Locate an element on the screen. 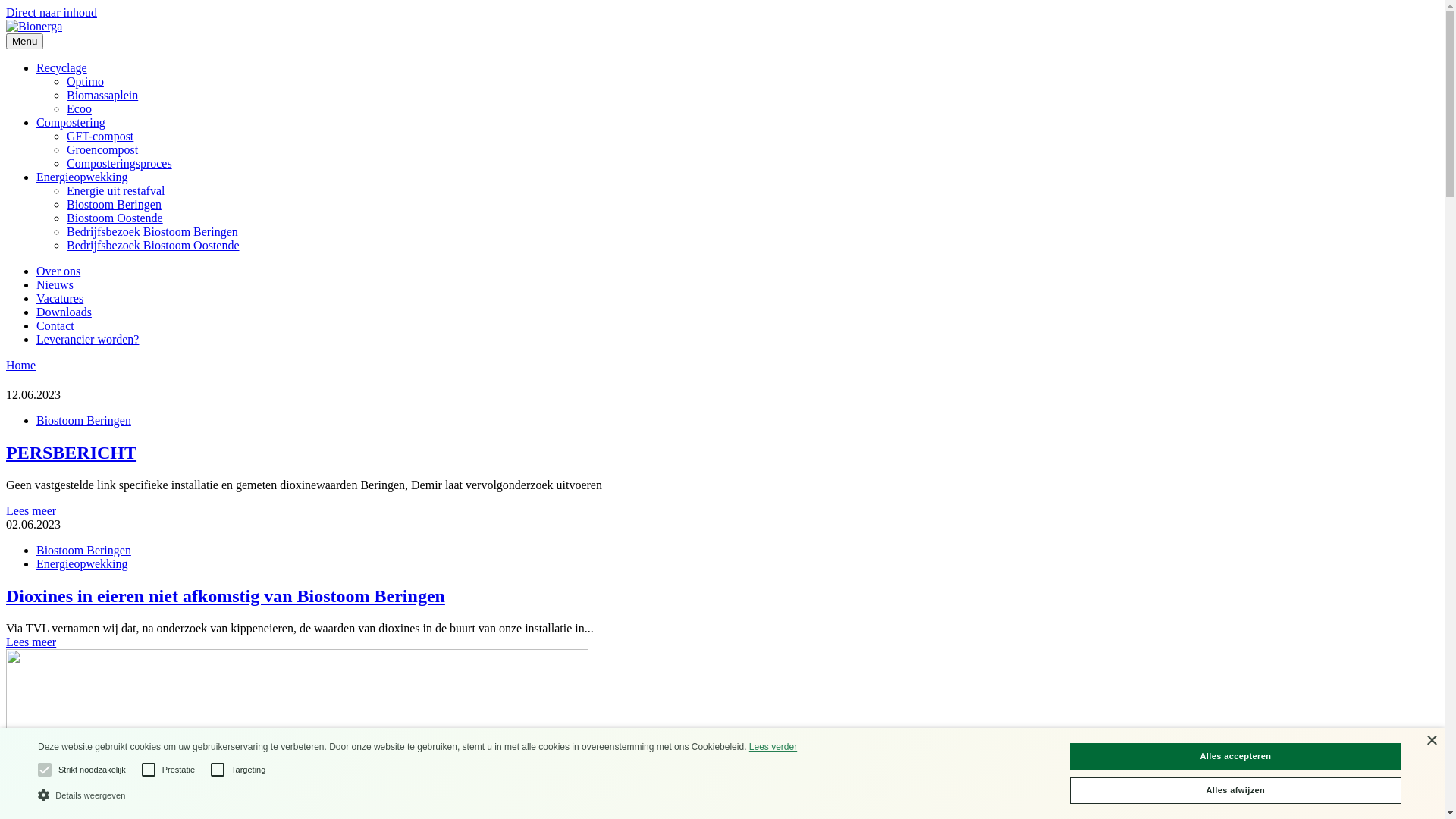  'Bedrijfsbezoek Biostoom Beringen' is located at coordinates (152, 231).